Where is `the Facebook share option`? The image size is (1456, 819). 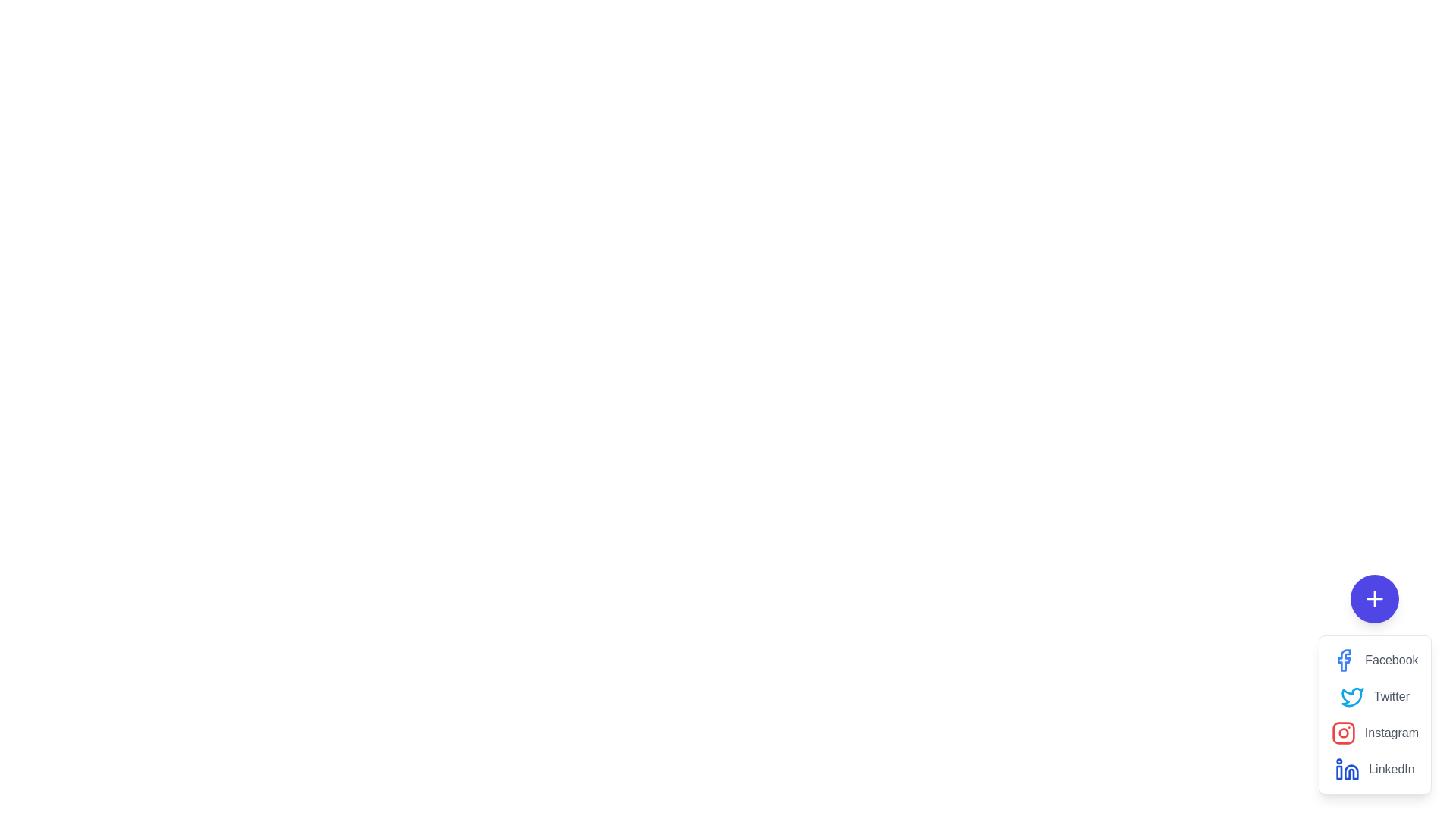 the Facebook share option is located at coordinates (1343, 660).